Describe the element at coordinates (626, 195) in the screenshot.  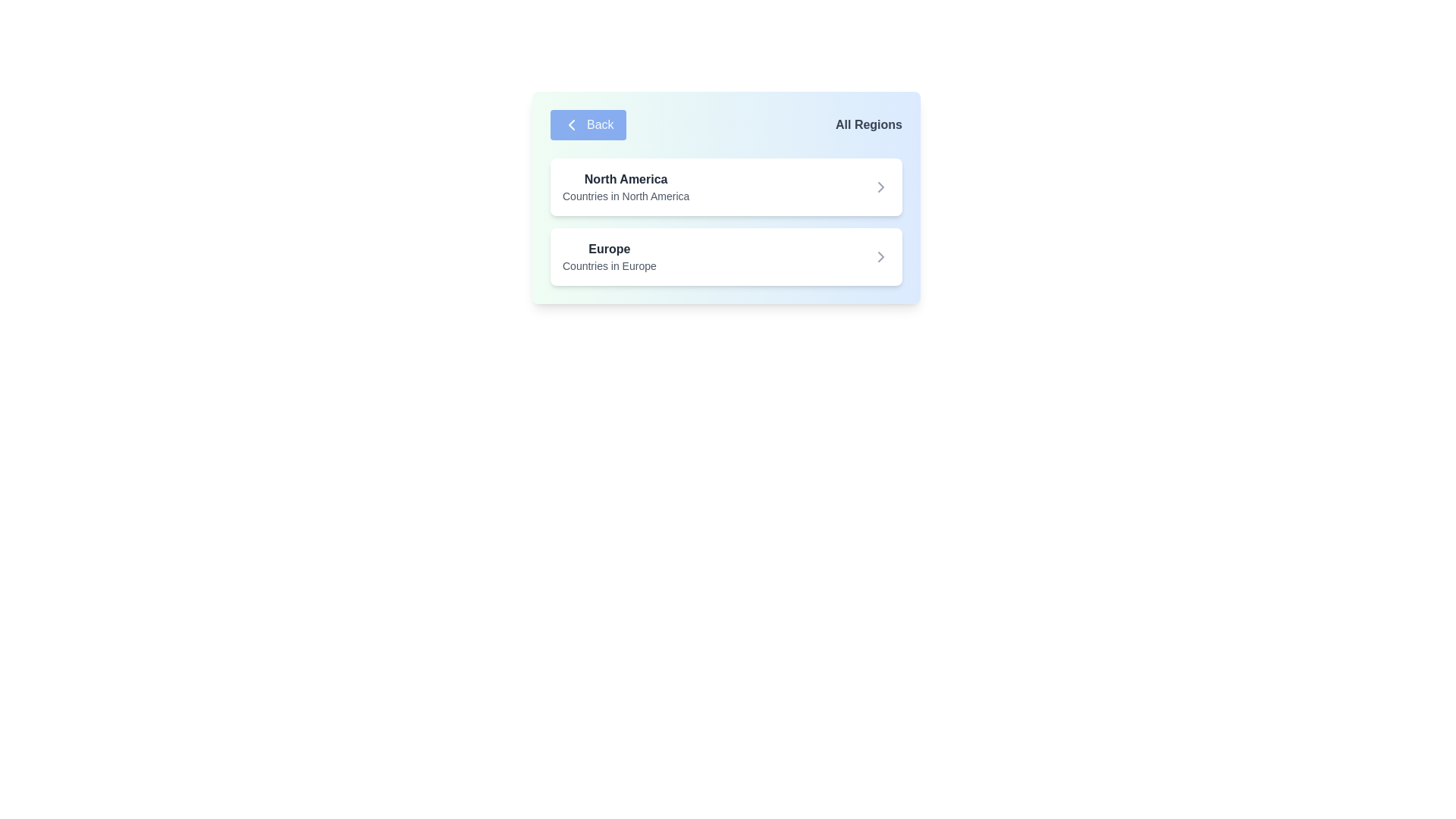
I see `the text label providing a description for the 'North America' item in the list, located below the 'North America' title` at that location.